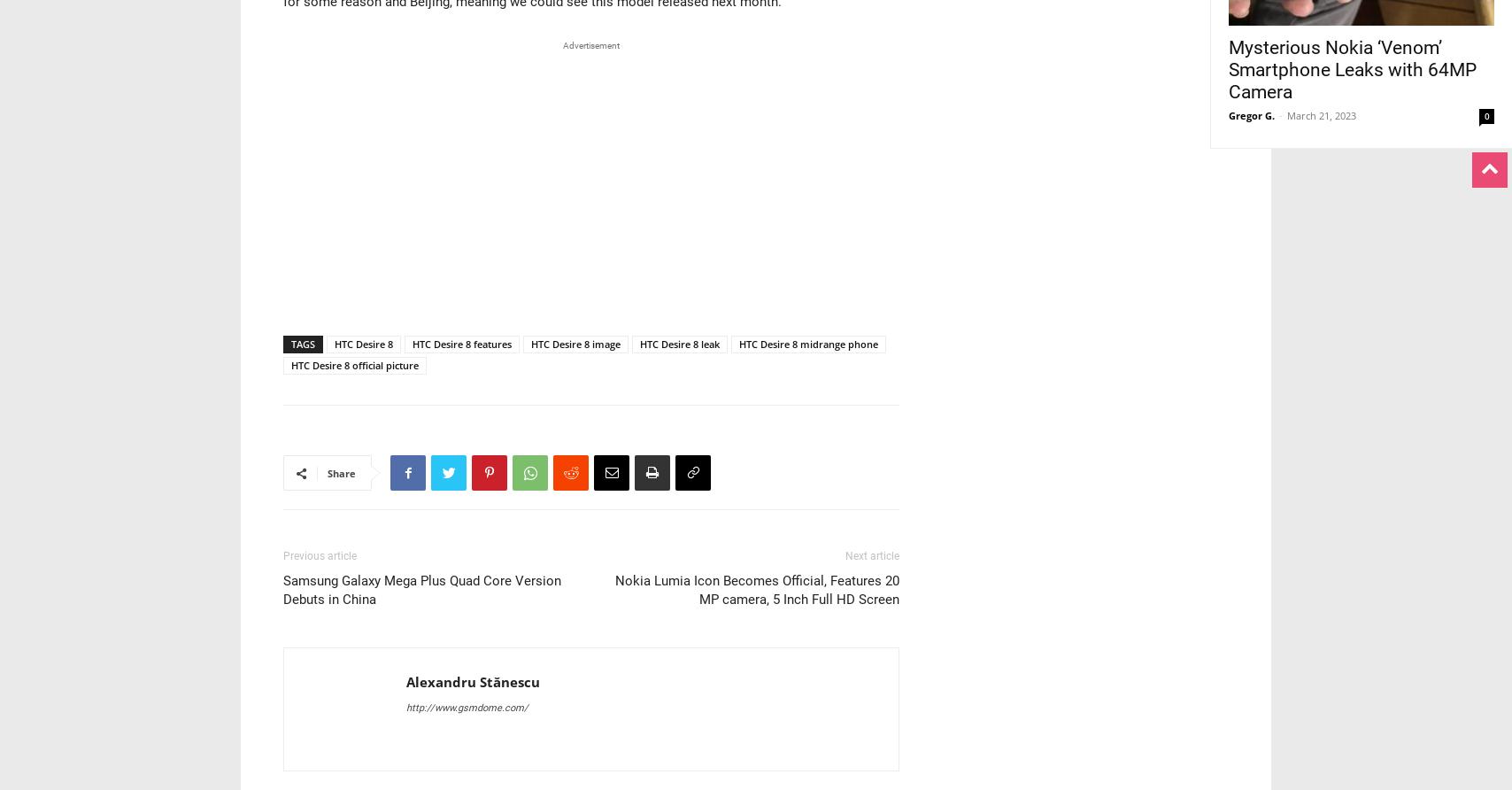  What do you see at coordinates (412, 343) in the screenshot?
I see `'HTC Desire 8 features'` at bounding box center [412, 343].